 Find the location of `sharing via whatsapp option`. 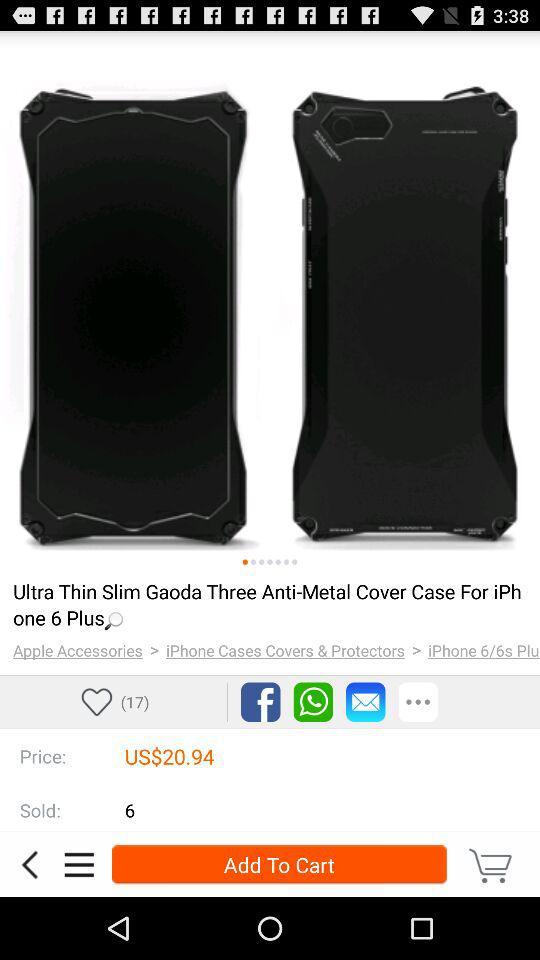

sharing via whatsapp option is located at coordinates (313, 702).